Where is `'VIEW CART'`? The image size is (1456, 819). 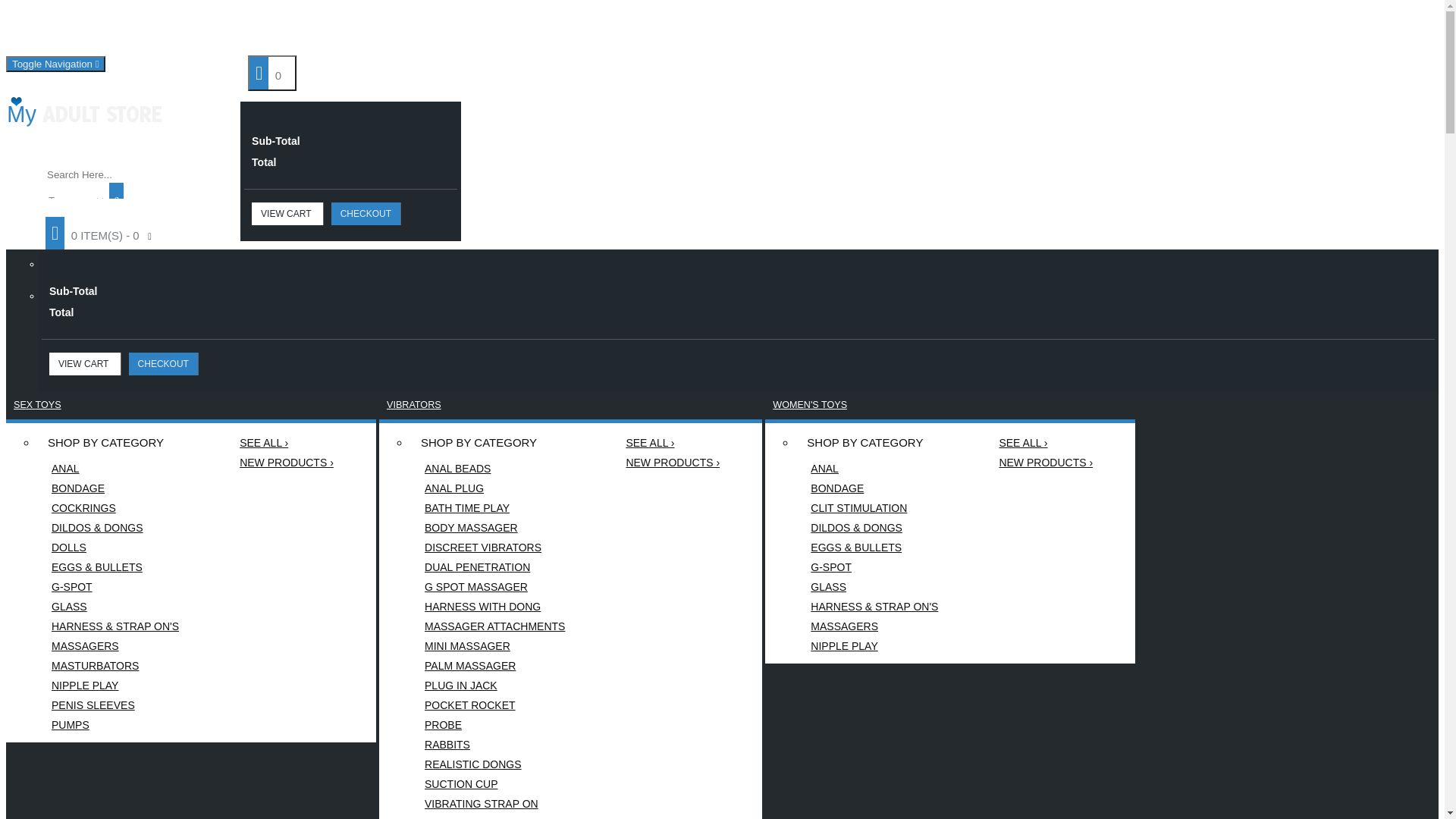 'VIEW CART' is located at coordinates (287, 213).